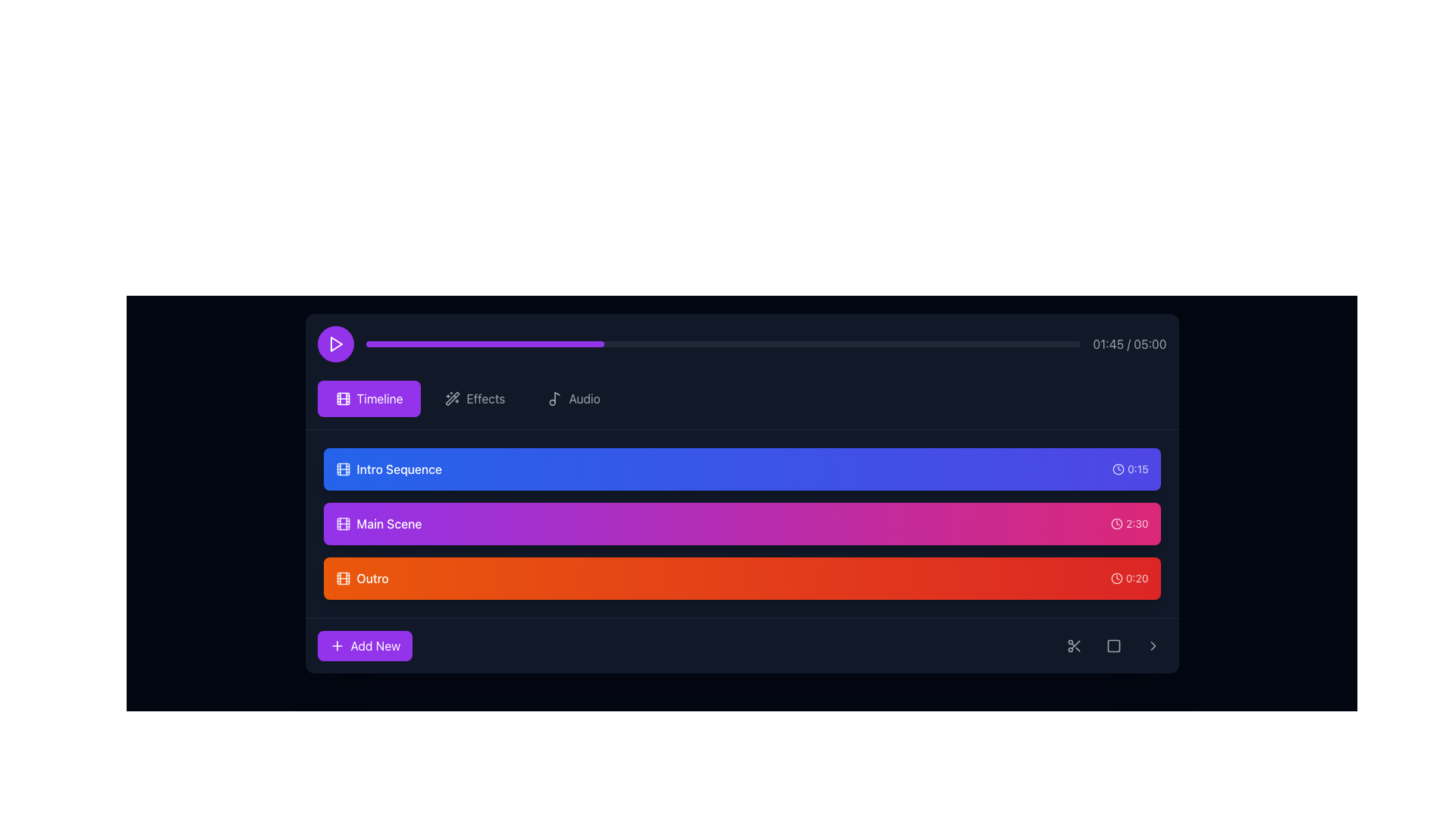  What do you see at coordinates (742, 522) in the screenshot?
I see `the interactive block labeled 'Main Scene', which is the second block in the vertical layout` at bounding box center [742, 522].